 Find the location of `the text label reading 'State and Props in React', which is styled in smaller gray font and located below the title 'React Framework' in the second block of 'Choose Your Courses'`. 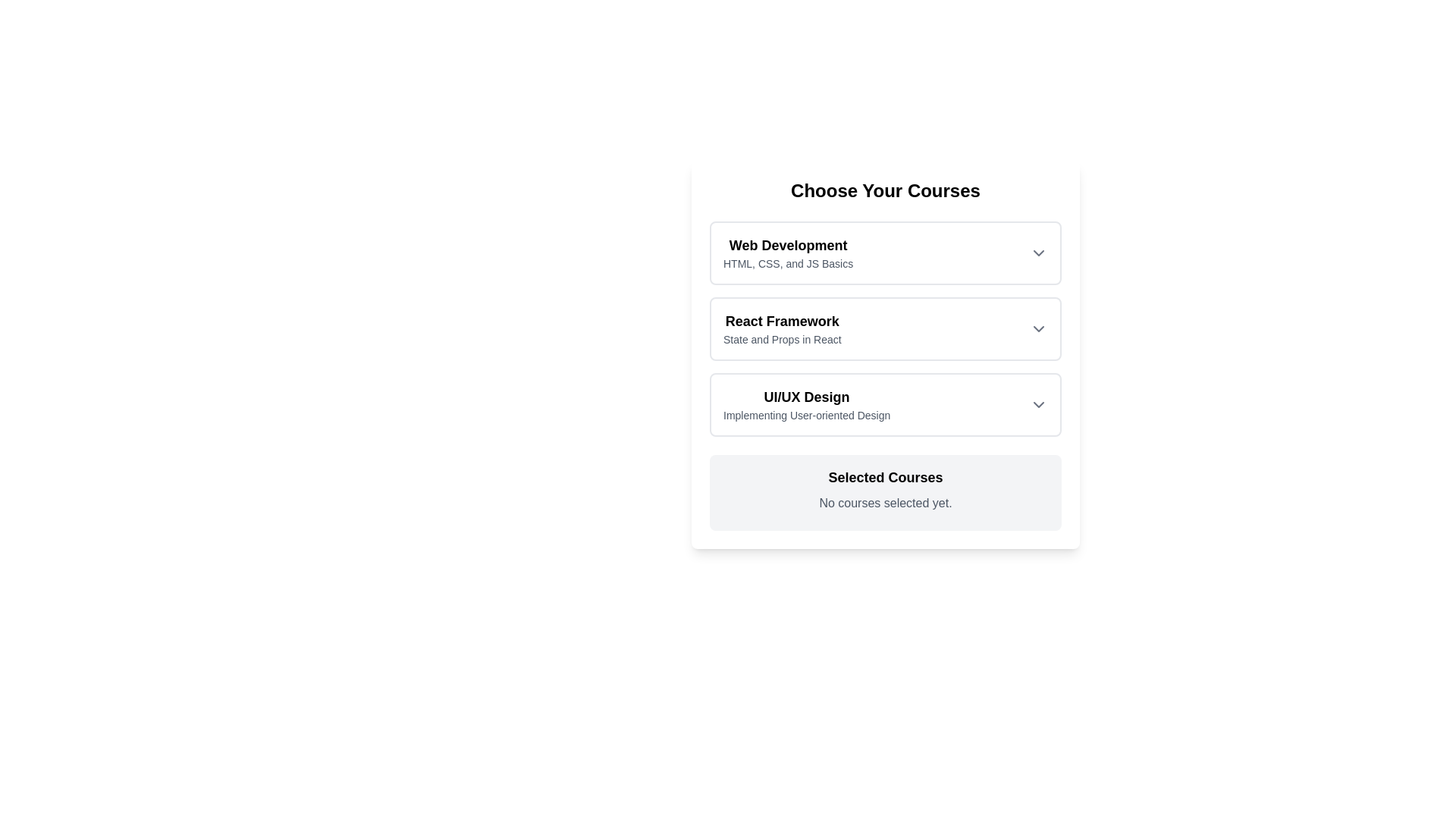

the text label reading 'State and Props in React', which is styled in smaller gray font and located below the title 'React Framework' in the second block of 'Choose Your Courses' is located at coordinates (782, 338).